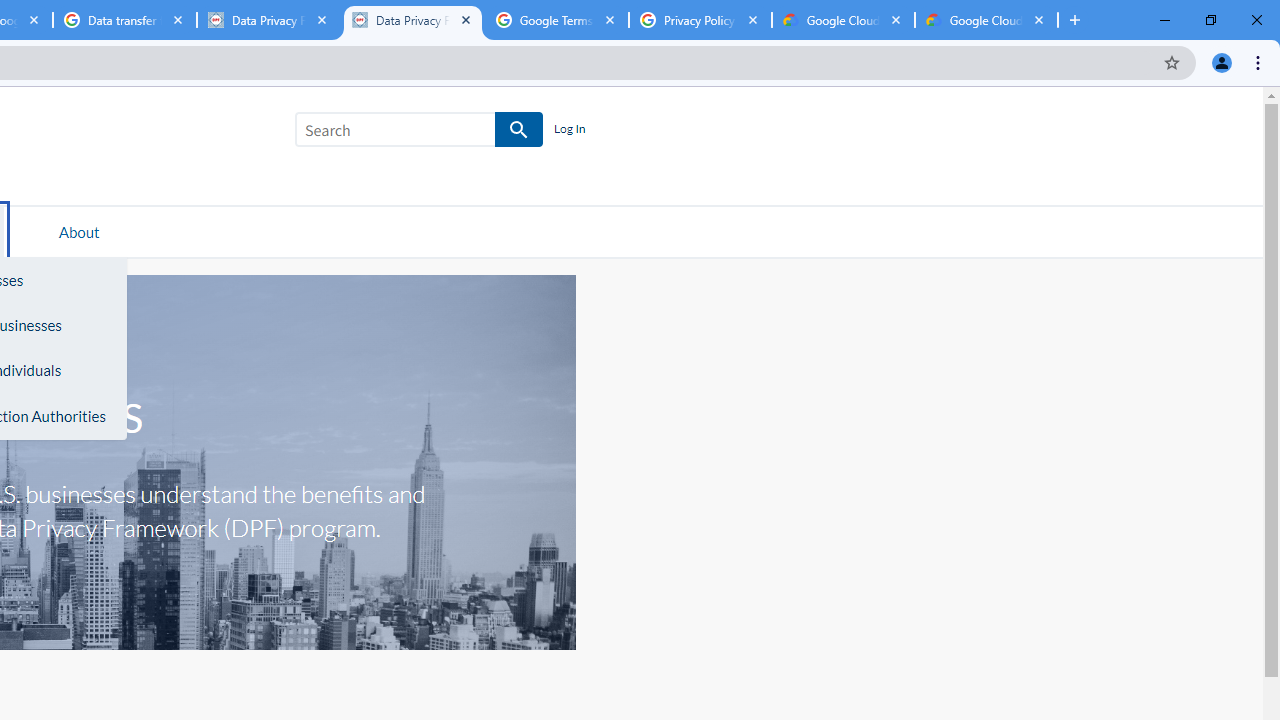  I want to click on 'Data Privacy Framework', so click(267, 20).